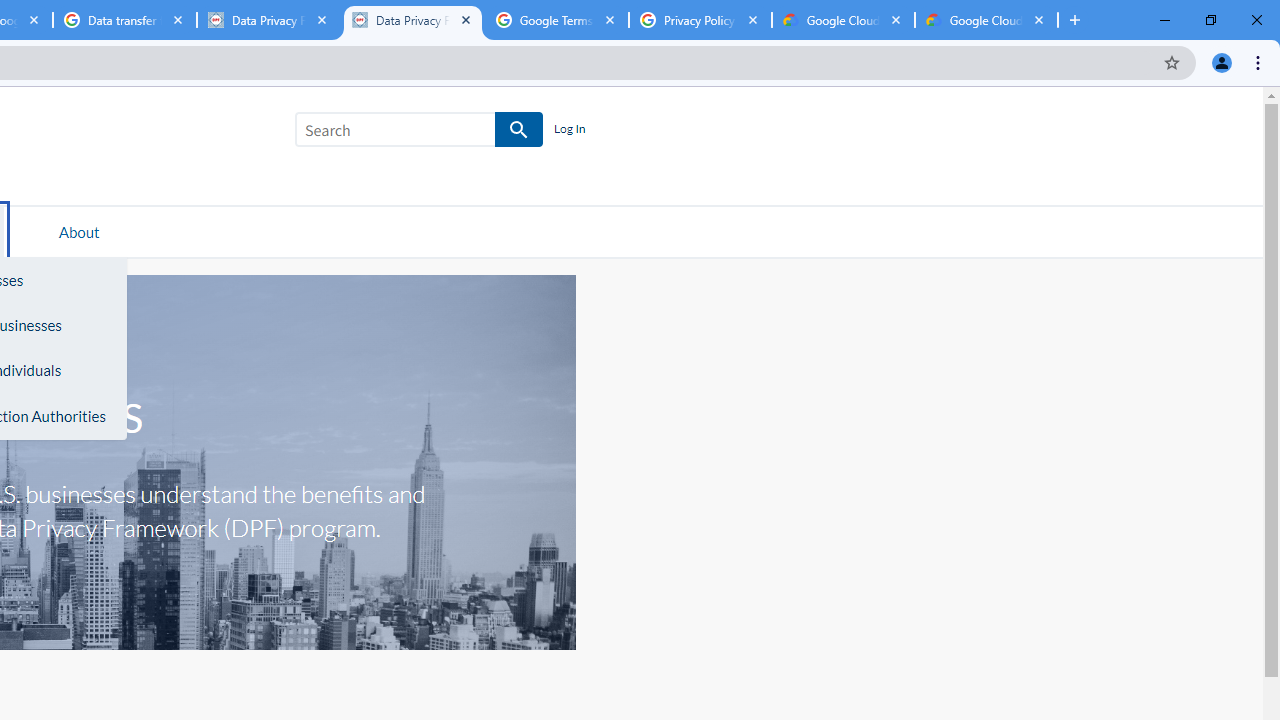  I want to click on 'Data Privacy Framework', so click(267, 20).